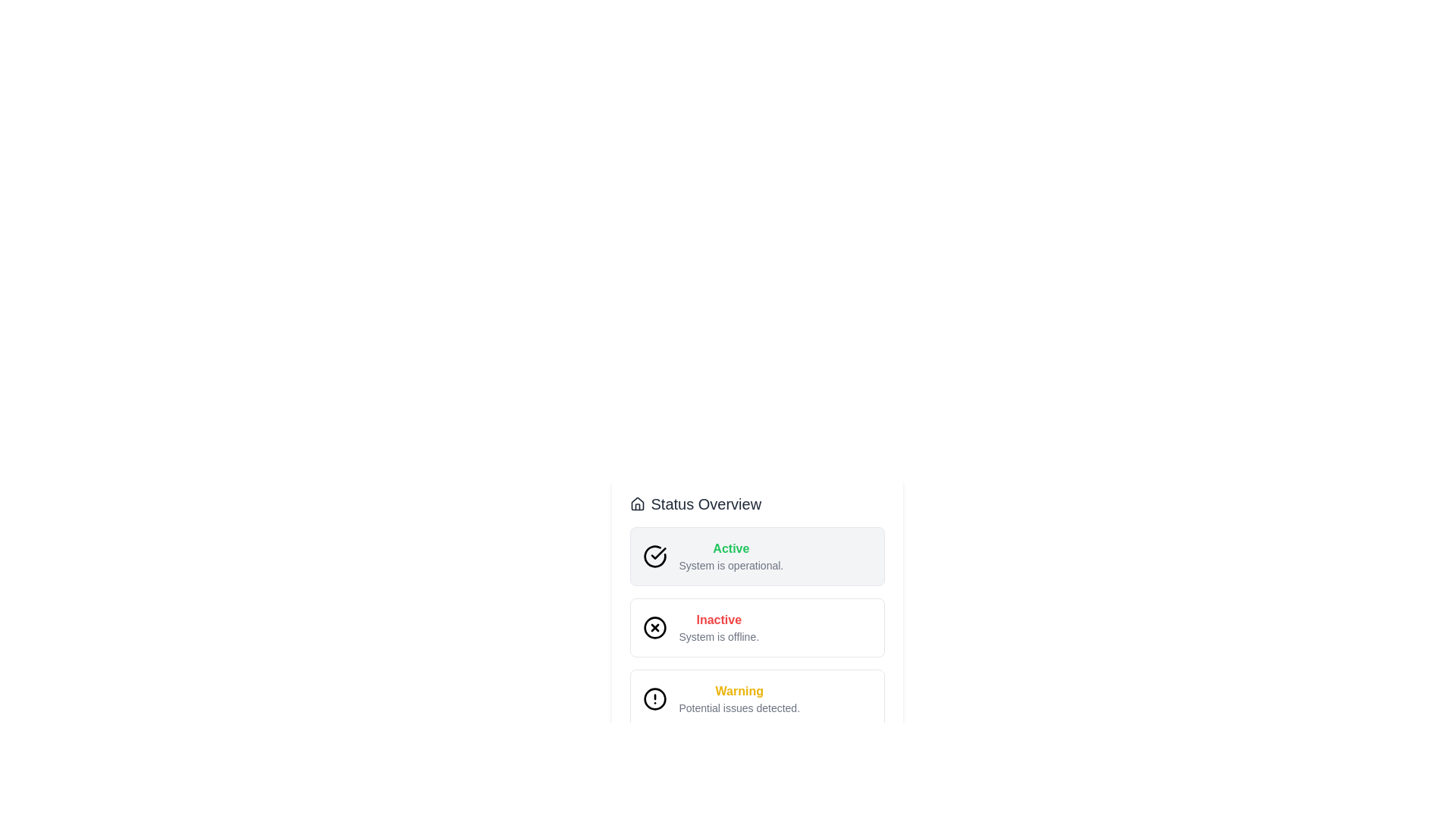 The image size is (1456, 819). I want to click on the circular warning icon located to the left of the 'Warning Potential issues detected.' text block in the lower part of the status list, so click(654, 698).